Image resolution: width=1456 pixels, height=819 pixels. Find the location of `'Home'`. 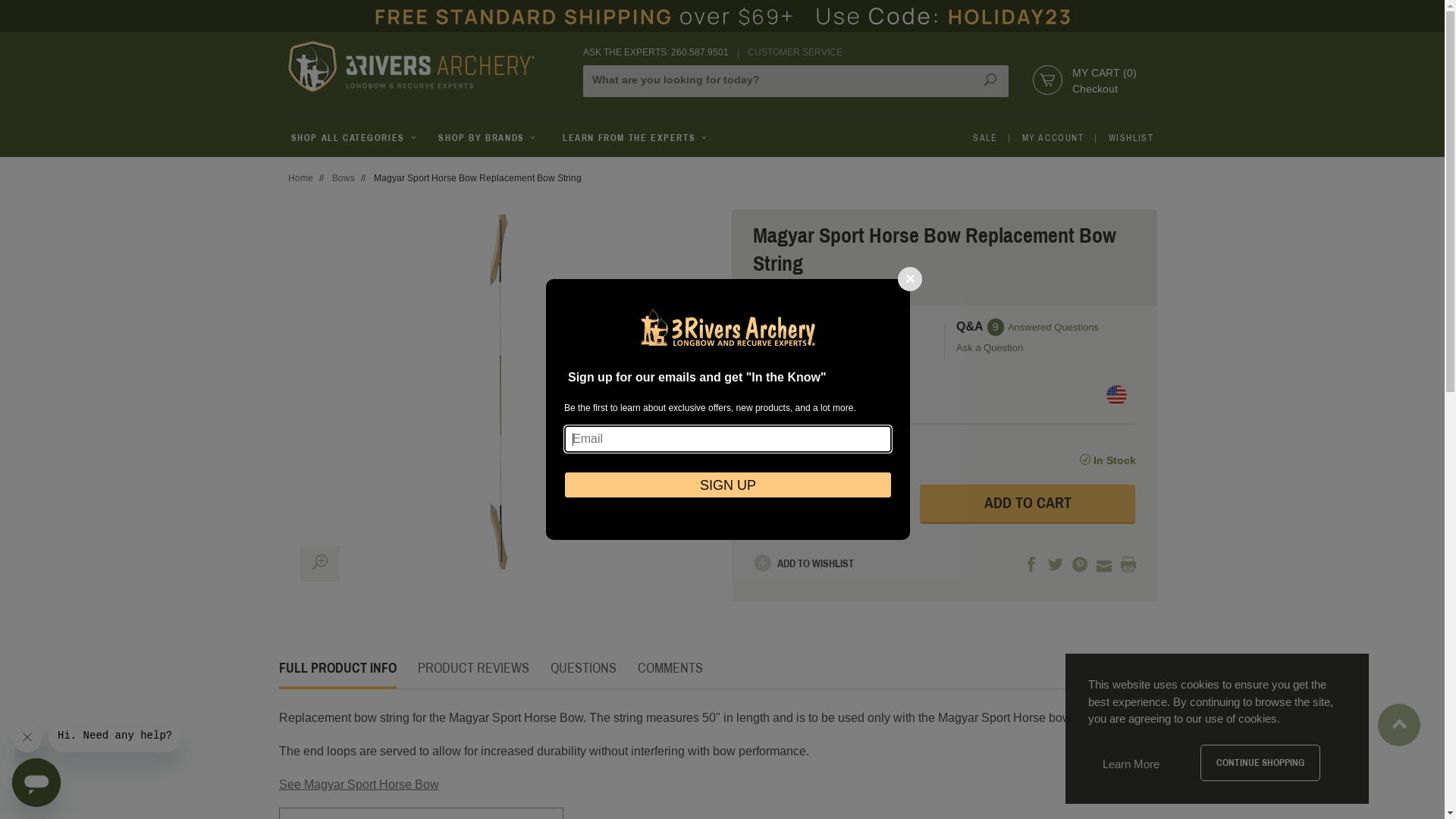

'Home' is located at coordinates (300, 177).